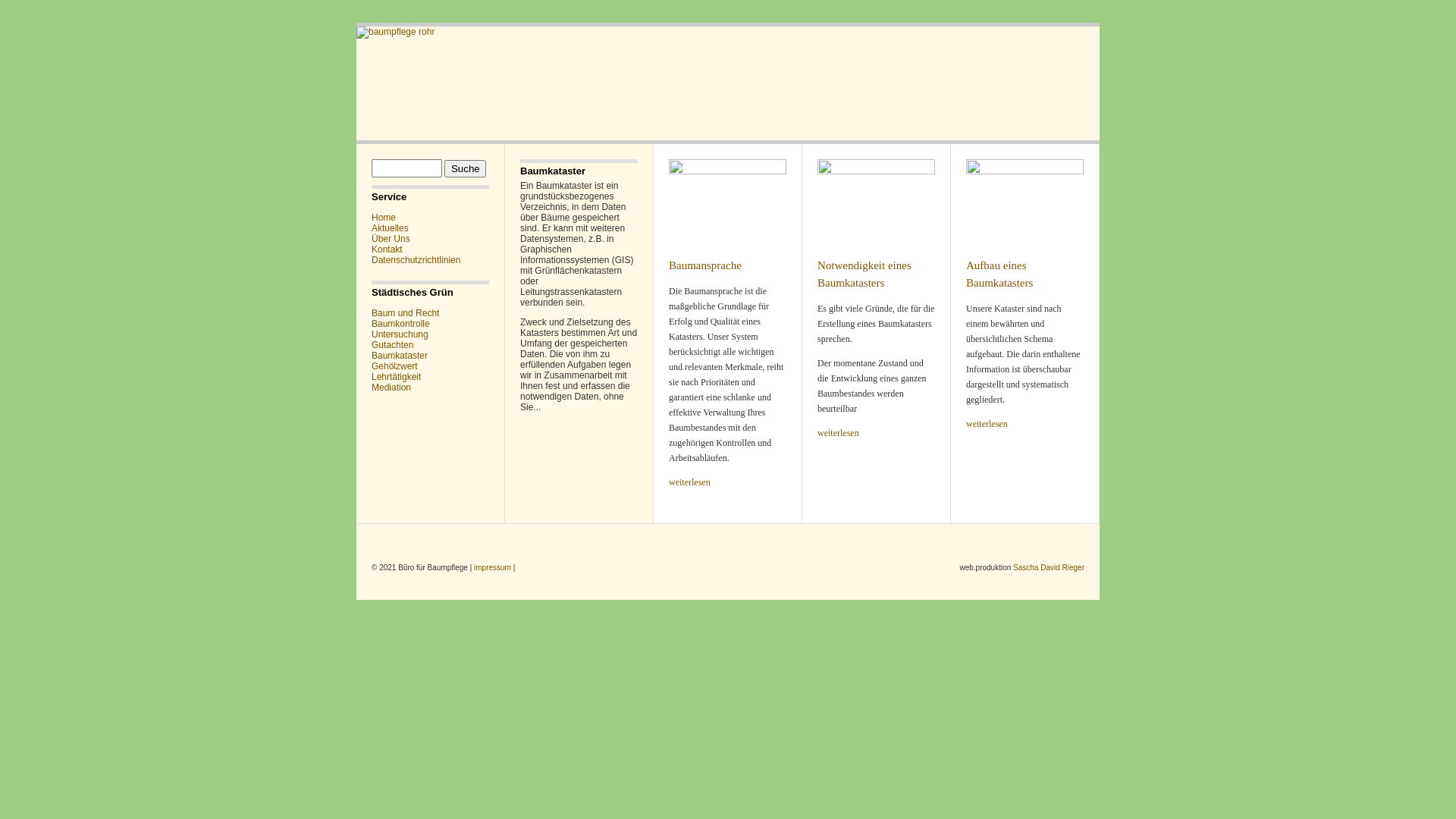  I want to click on 'Sascha David Rieger', so click(1047, 567).